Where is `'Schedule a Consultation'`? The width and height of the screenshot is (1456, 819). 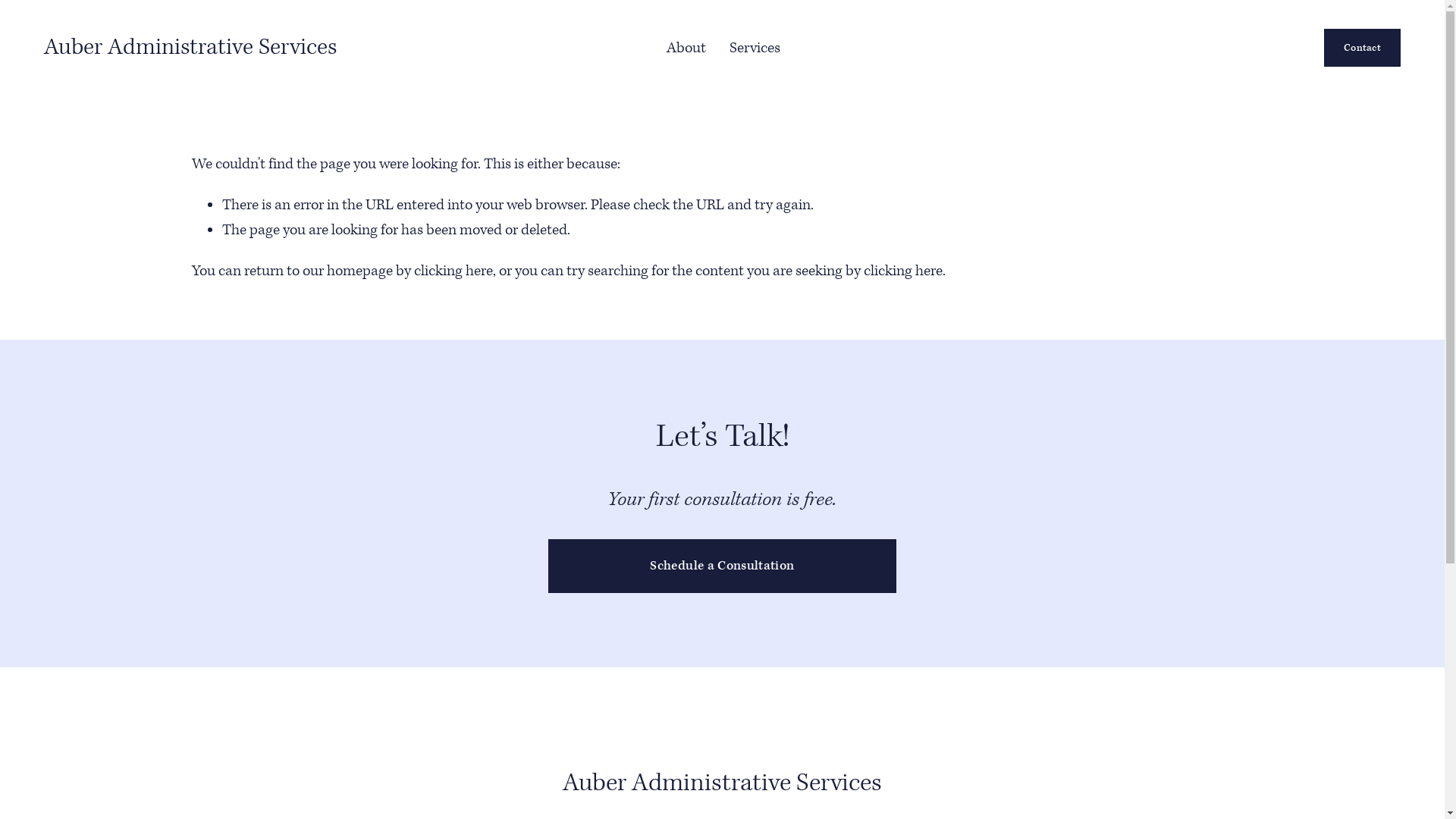 'Schedule a Consultation' is located at coordinates (721, 566).